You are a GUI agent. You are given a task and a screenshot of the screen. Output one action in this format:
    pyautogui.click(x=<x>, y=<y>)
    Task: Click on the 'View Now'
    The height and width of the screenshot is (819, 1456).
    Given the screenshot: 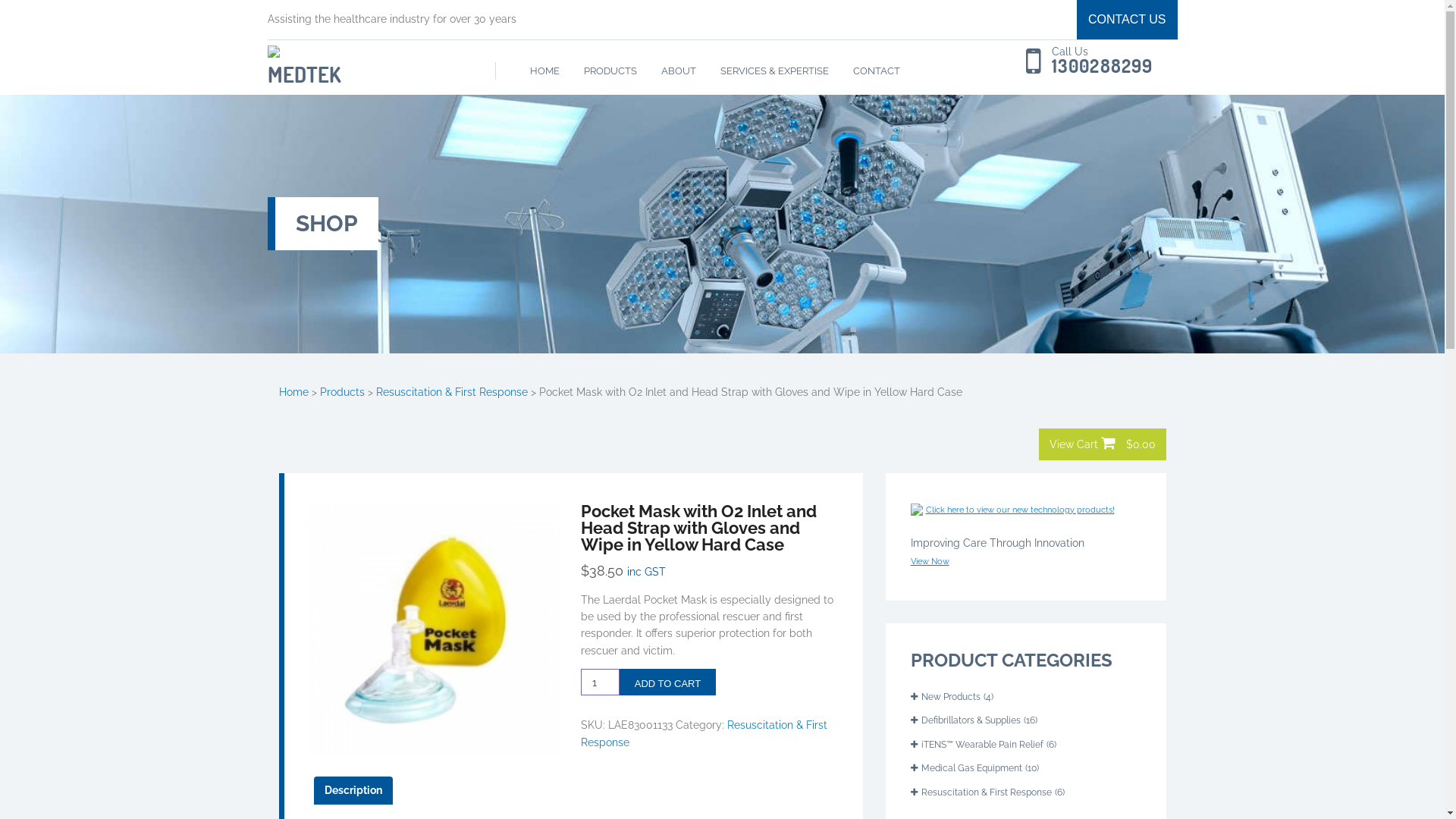 What is the action you would take?
    pyautogui.click(x=910, y=560)
    